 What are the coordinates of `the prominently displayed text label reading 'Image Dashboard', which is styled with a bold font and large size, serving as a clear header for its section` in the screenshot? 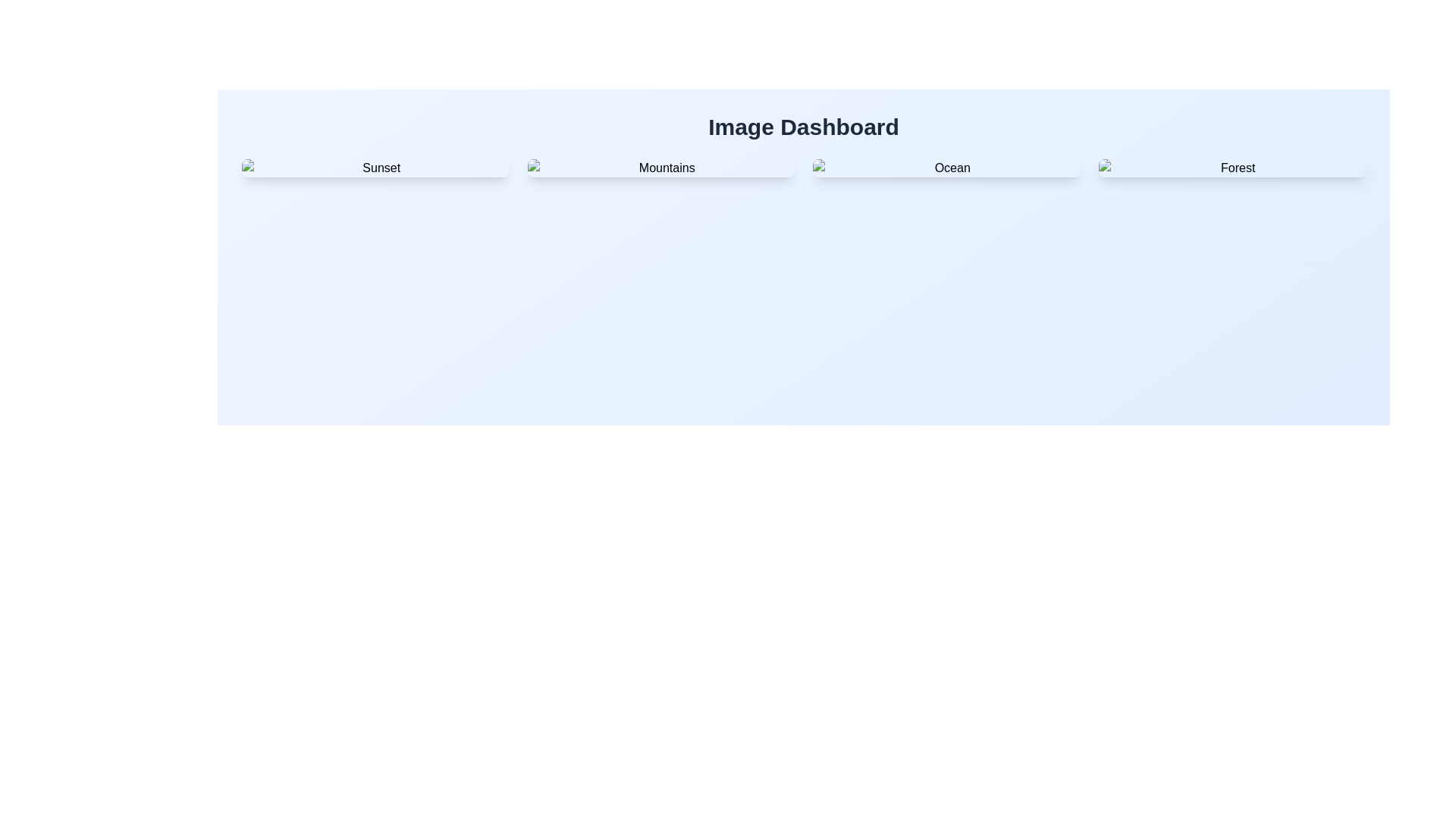 It's located at (803, 127).